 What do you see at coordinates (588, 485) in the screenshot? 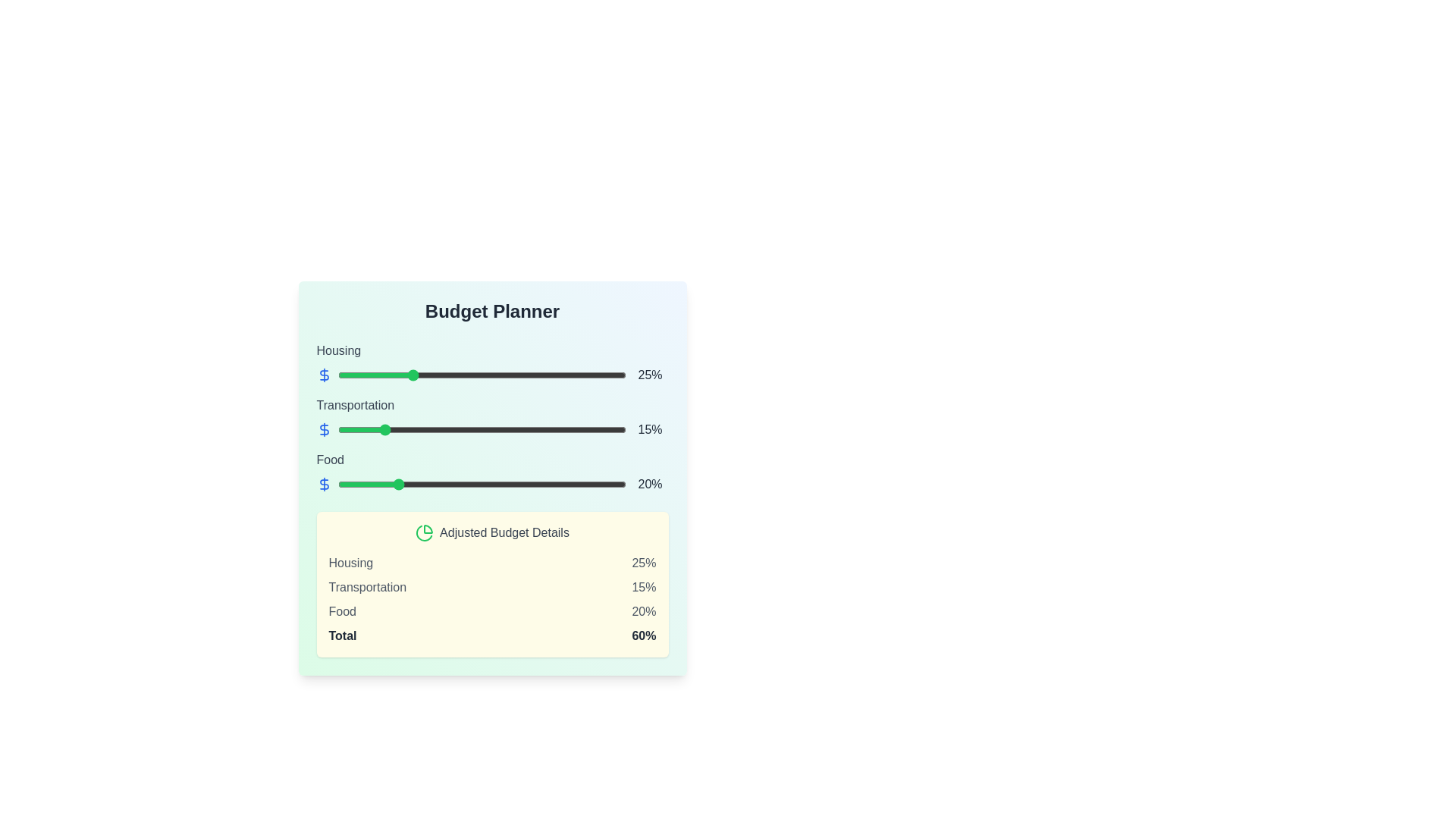
I see `the slider value` at bounding box center [588, 485].